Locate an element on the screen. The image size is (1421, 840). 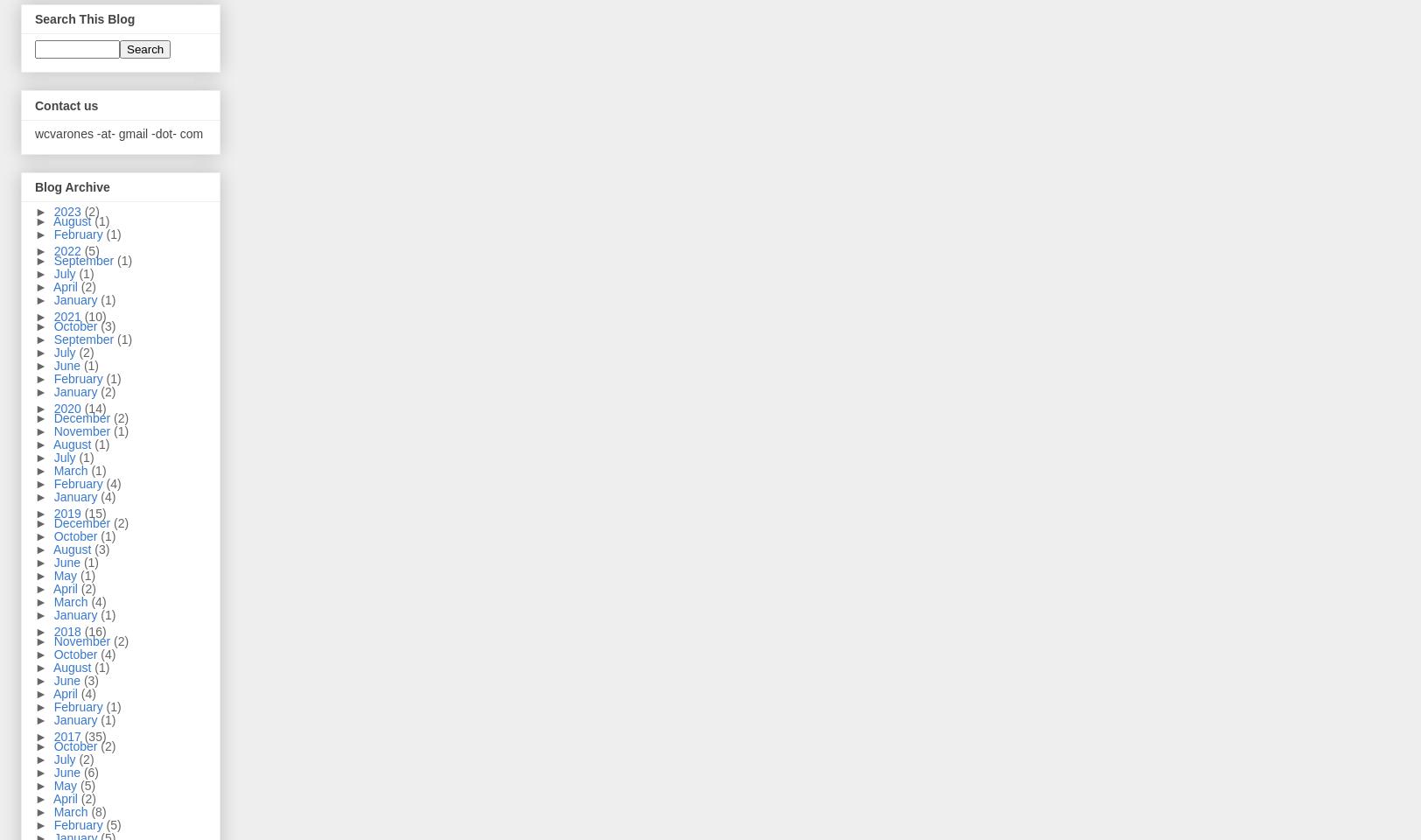
'wcvarones -at- gmail -dot- com' is located at coordinates (118, 131).